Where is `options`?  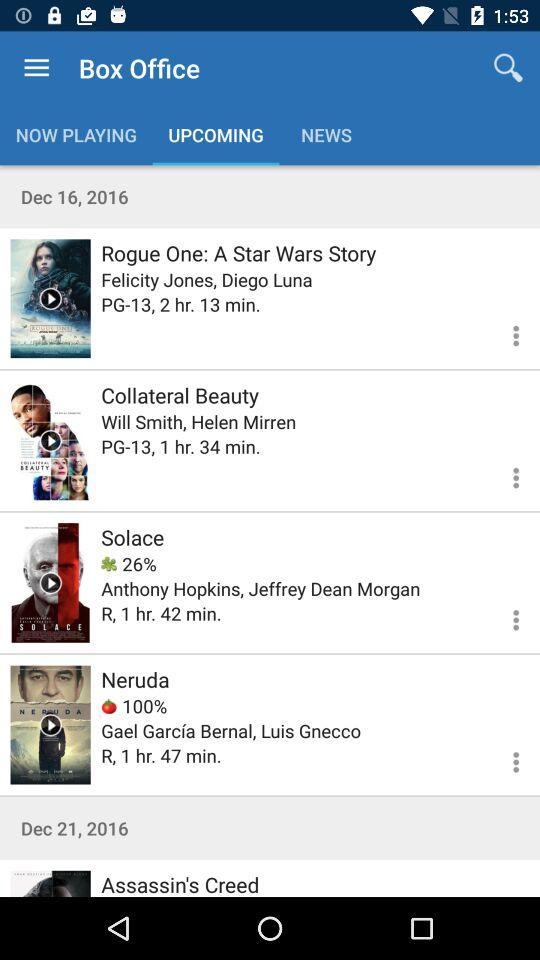
options is located at coordinates (503, 758).